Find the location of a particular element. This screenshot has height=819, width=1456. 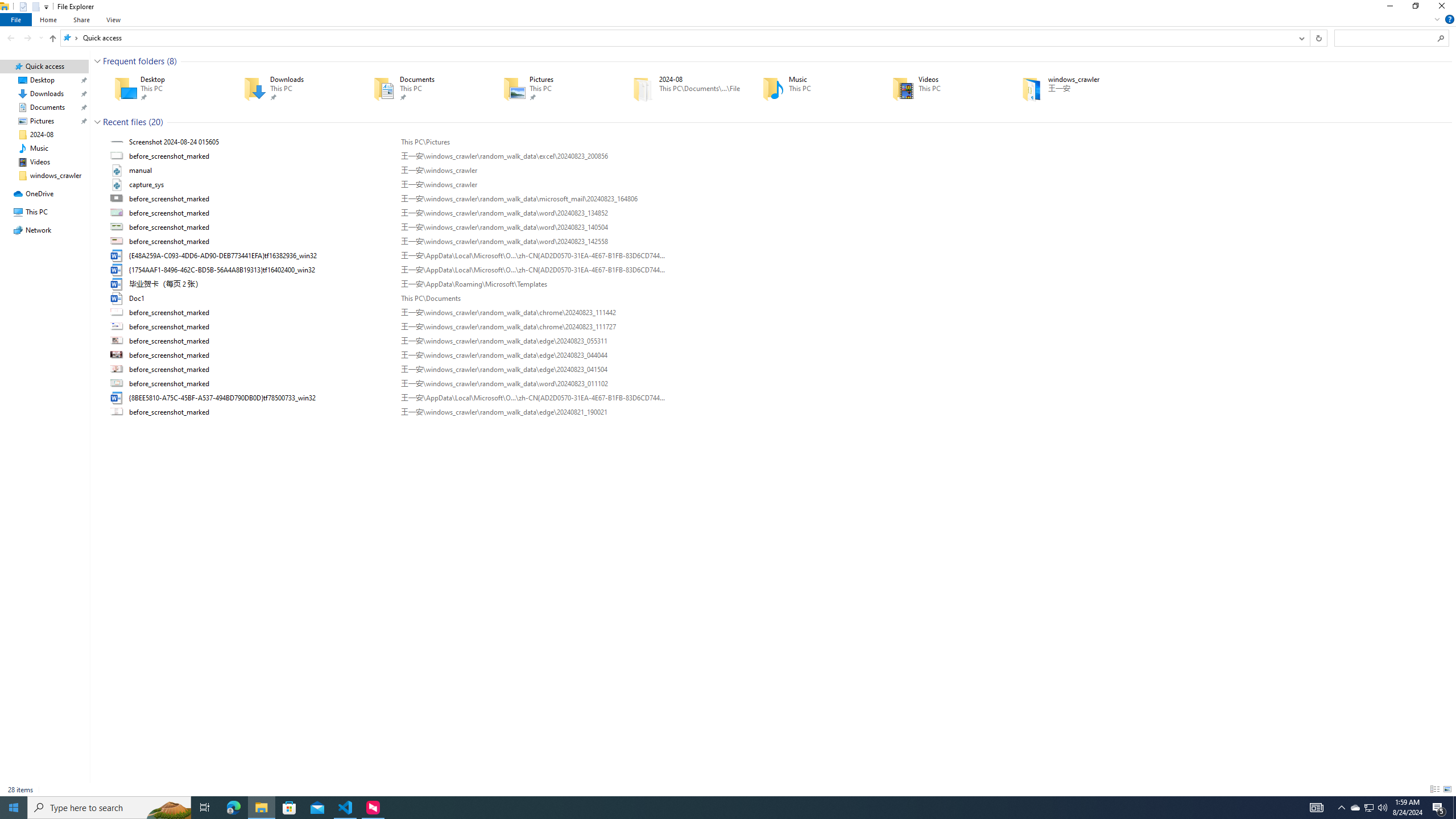

'windows_crawler' is located at coordinates (1069, 88).